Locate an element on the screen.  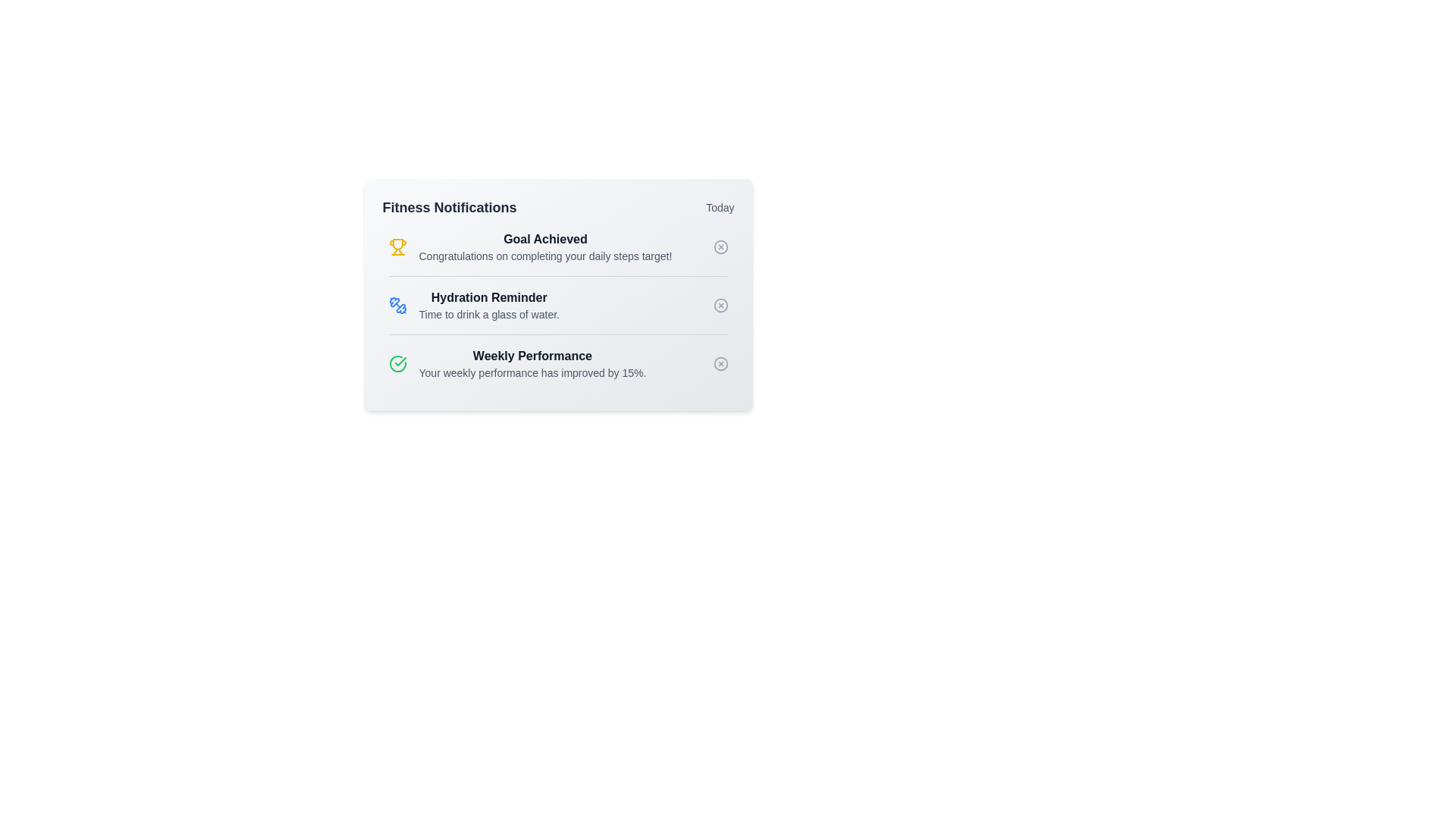
the text block that provides a motivational summary message about the user's performance for the week, located in the 'Fitness Notifications' section as the third item below 'Goal Achieved' and 'Hydration Reminder' is located at coordinates (532, 363).